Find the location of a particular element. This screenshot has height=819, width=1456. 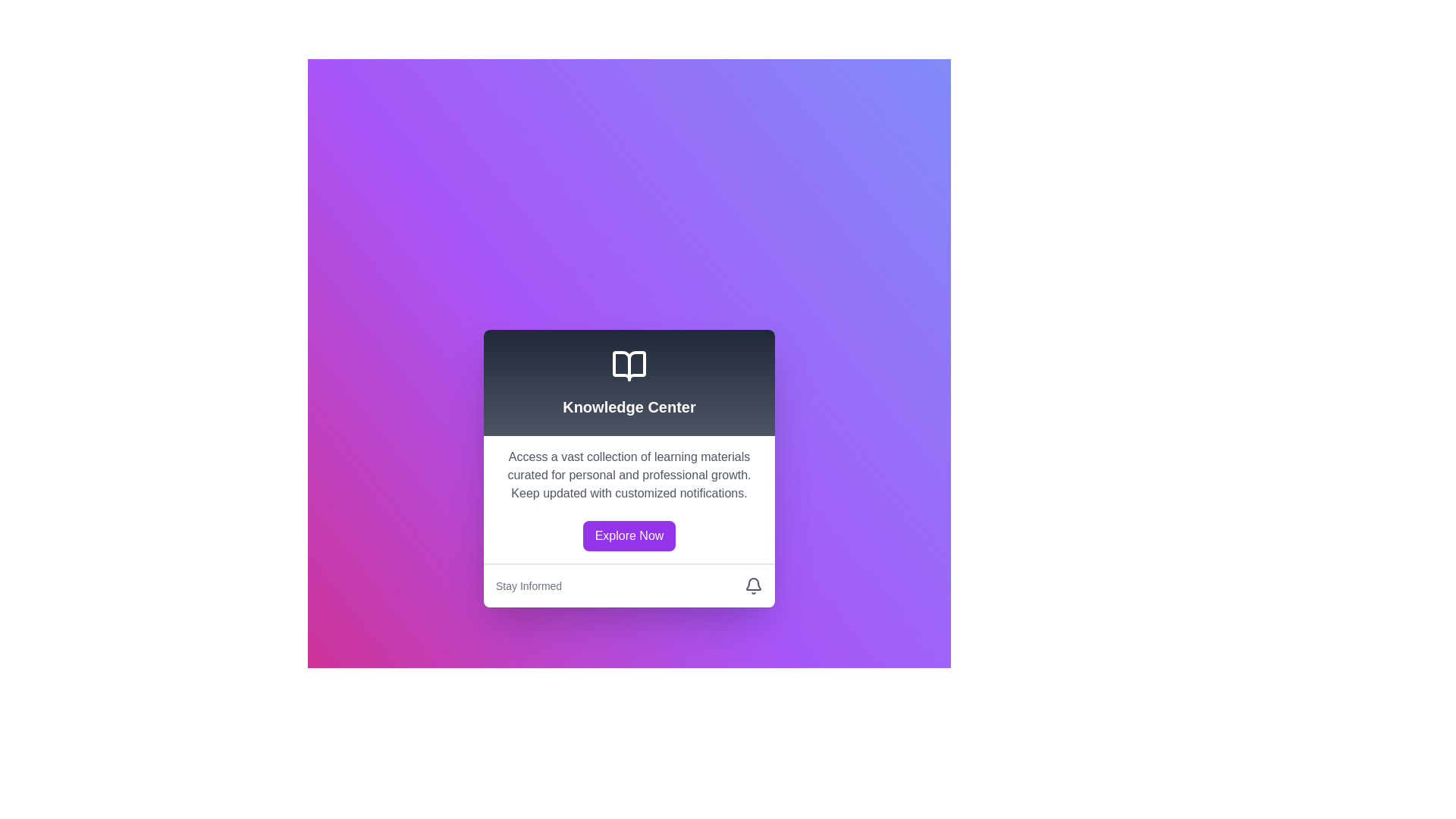

the icon representing an open book, which is located at the bottom part of the SVG component within the UI card, symbolizing knowledge or information is located at coordinates (629, 366).